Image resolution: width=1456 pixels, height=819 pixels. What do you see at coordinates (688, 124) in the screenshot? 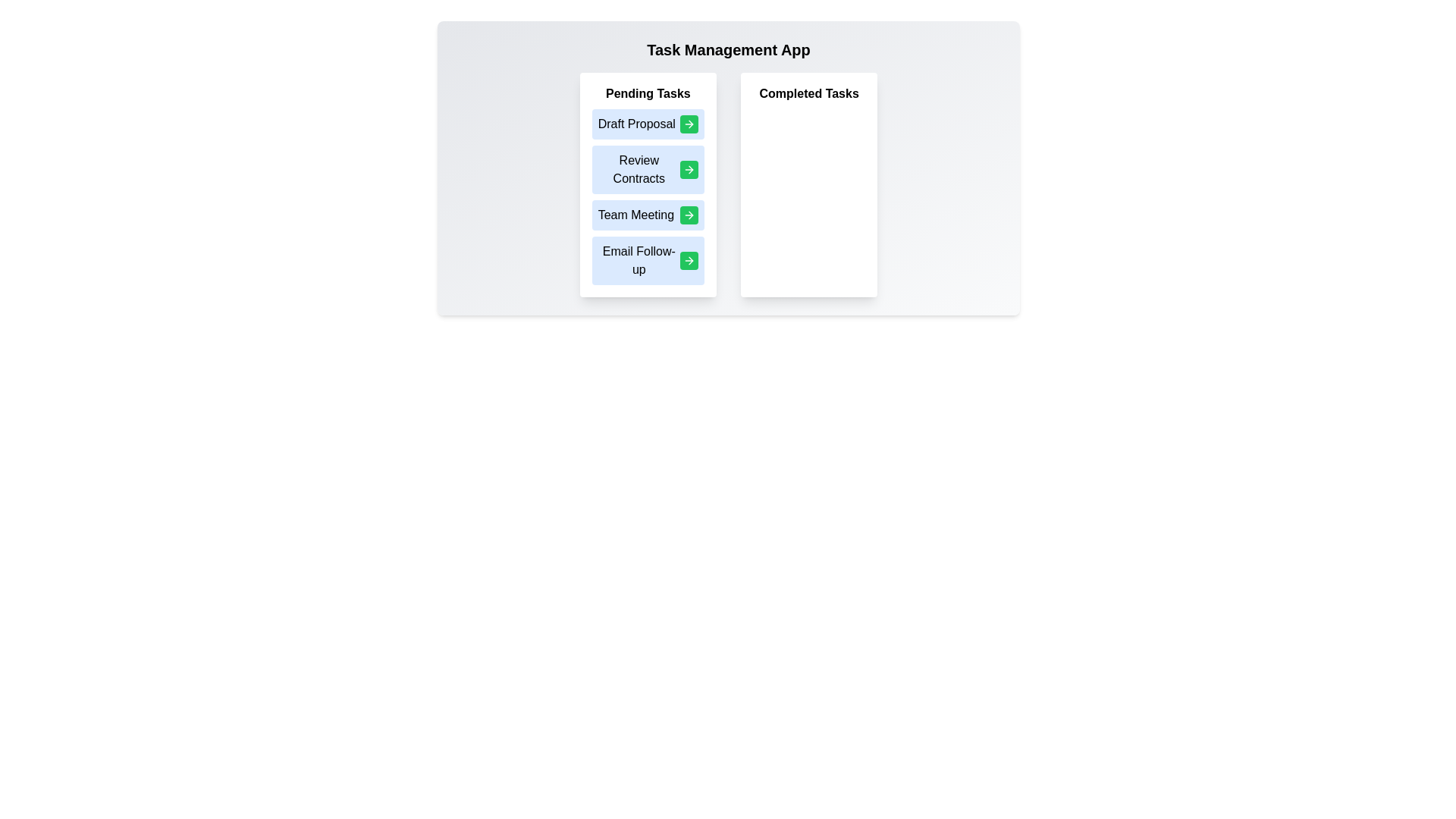
I see `green button next to the task labeled Draft Proposal to move it to the Completed Tasks list` at bounding box center [688, 124].